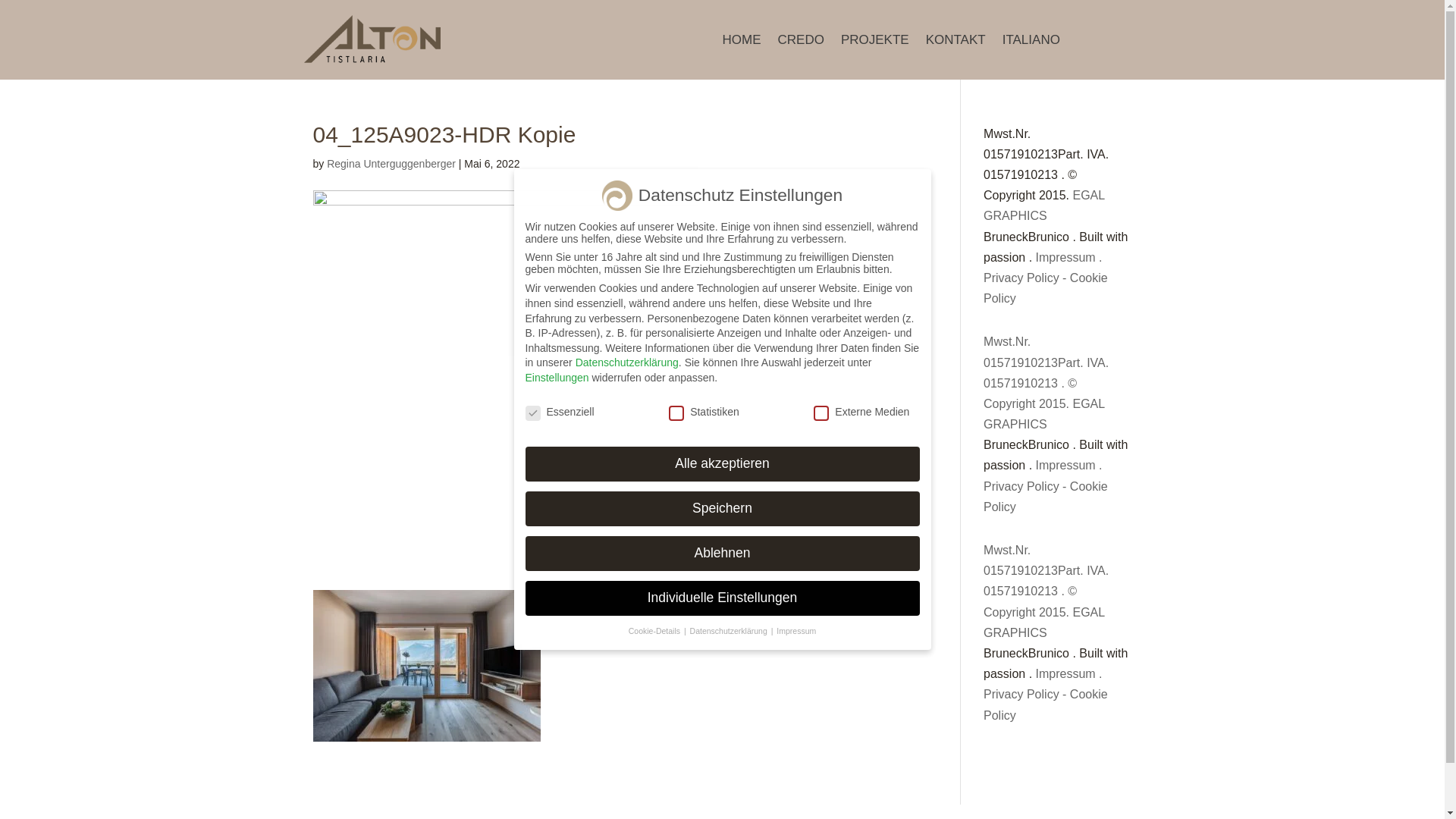 The width and height of the screenshot is (1456, 819). What do you see at coordinates (1099, 256) in the screenshot?
I see `'.'` at bounding box center [1099, 256].